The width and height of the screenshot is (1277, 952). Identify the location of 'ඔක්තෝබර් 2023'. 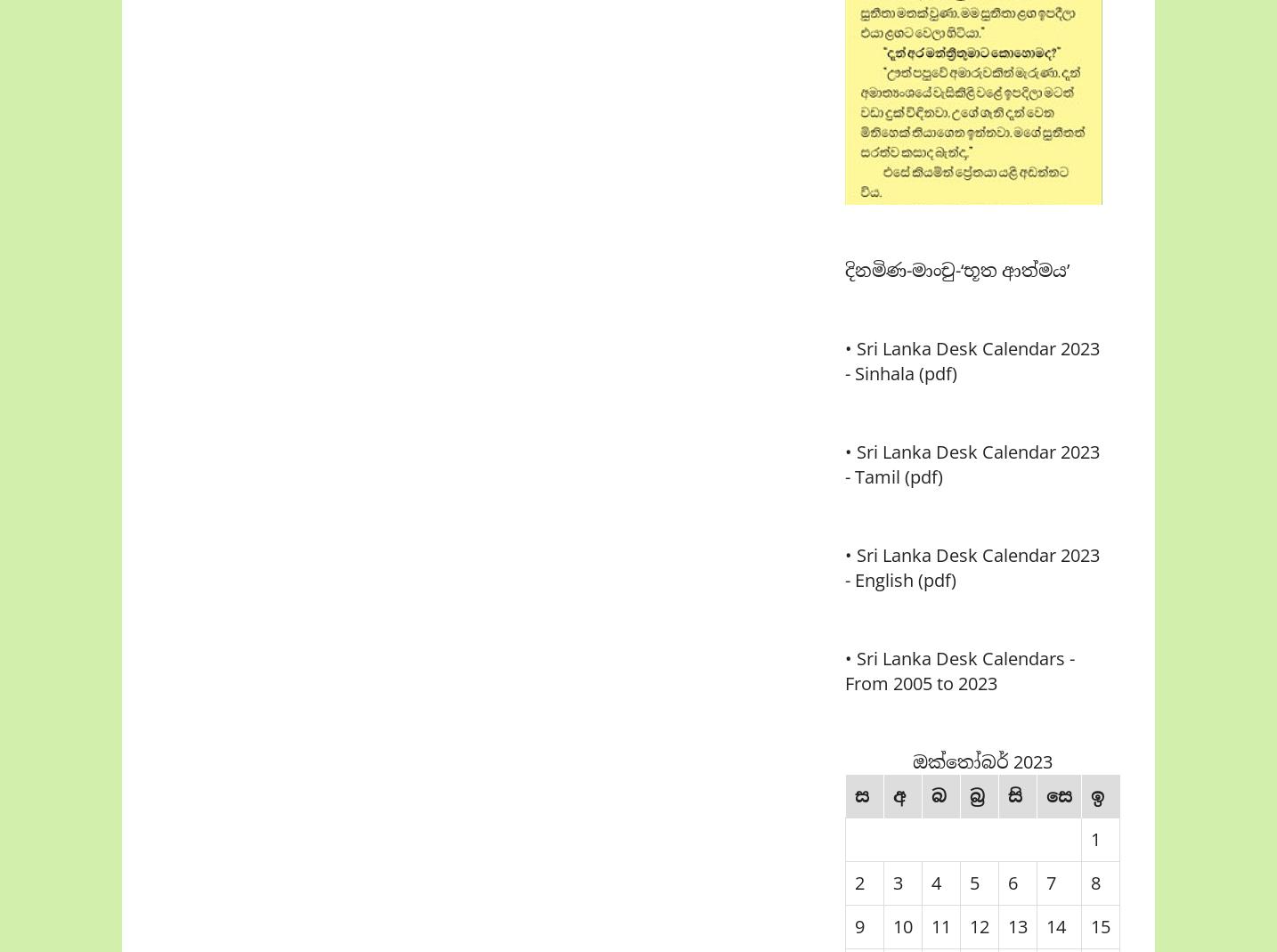
(982, 761).